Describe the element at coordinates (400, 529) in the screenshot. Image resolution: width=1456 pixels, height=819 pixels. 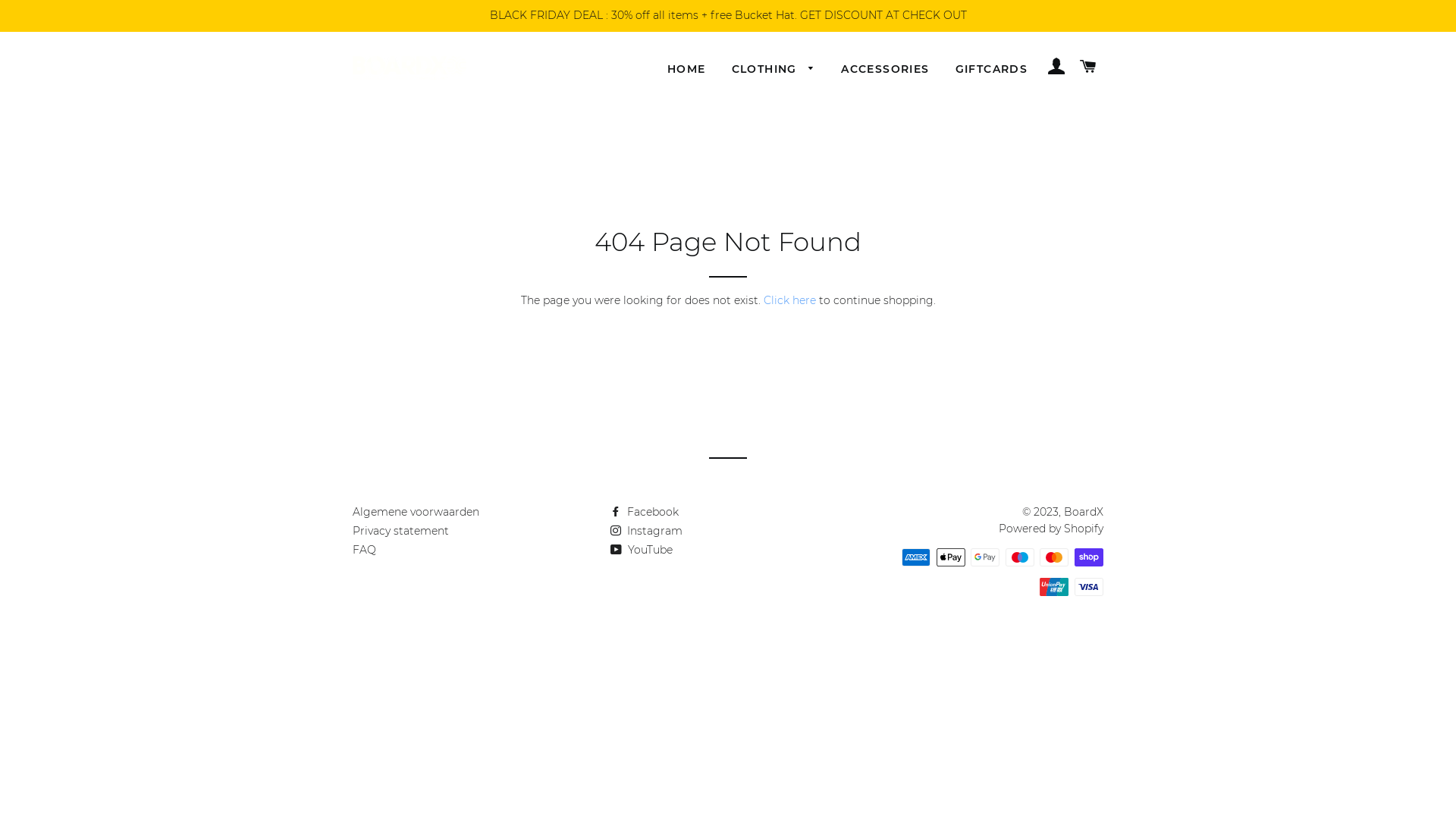
I see `'Privacy statement'` at that location.